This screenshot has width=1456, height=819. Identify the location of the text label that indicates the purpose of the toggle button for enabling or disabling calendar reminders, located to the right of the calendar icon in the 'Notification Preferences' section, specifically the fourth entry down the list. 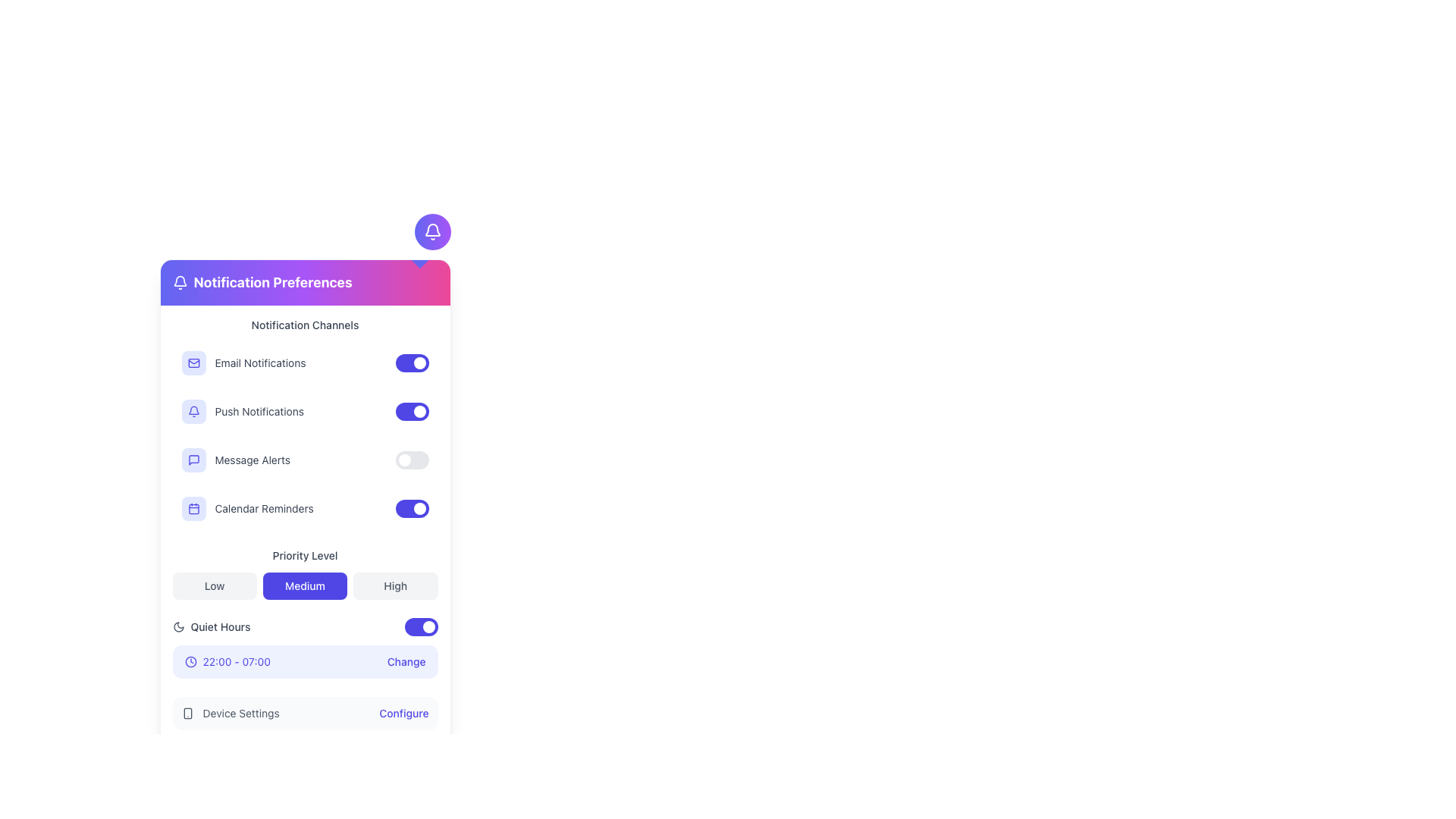
(264, 509).